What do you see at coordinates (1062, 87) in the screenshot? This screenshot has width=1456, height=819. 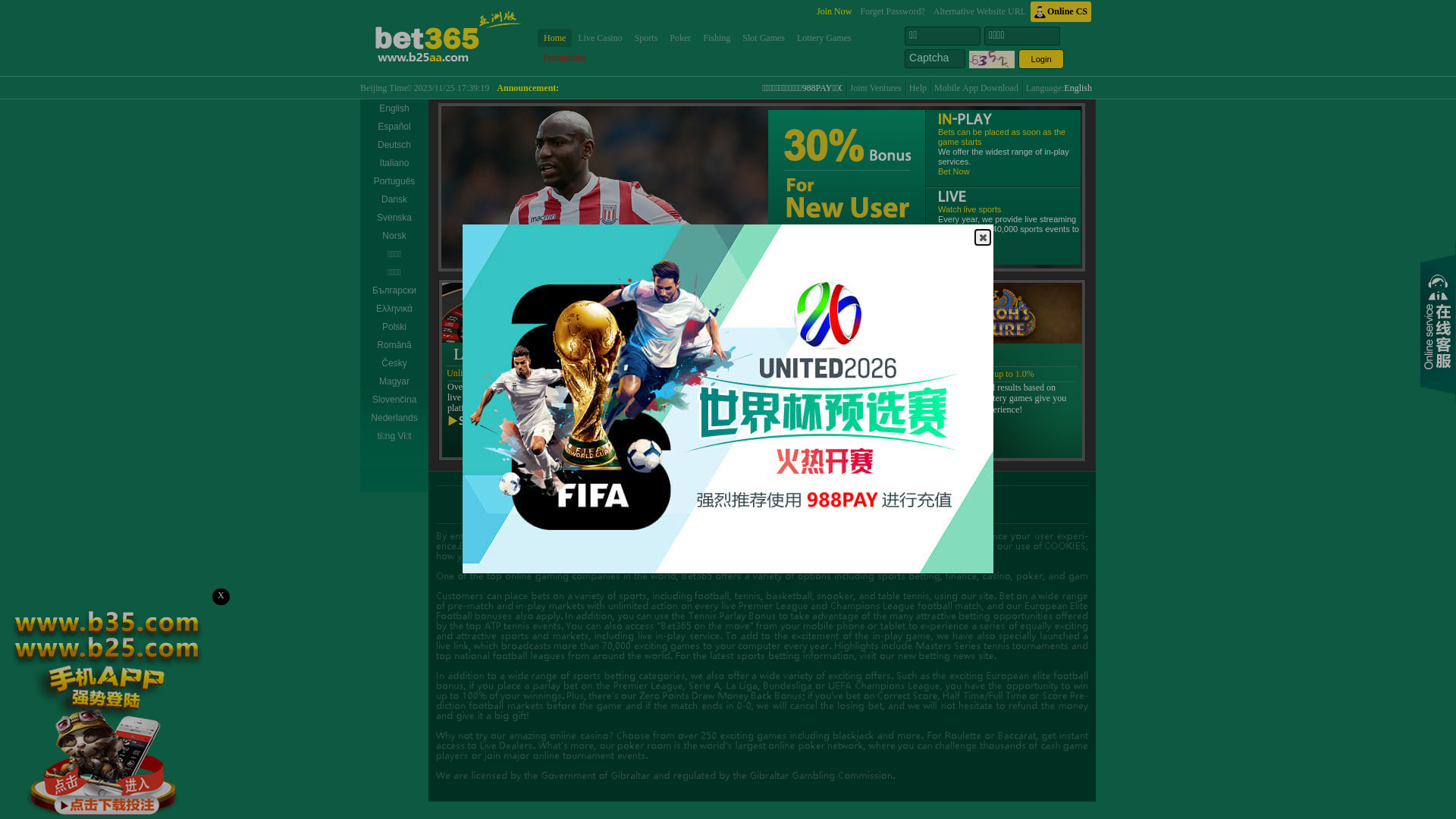 I see `'English'` at bounding box center [1062, 87].